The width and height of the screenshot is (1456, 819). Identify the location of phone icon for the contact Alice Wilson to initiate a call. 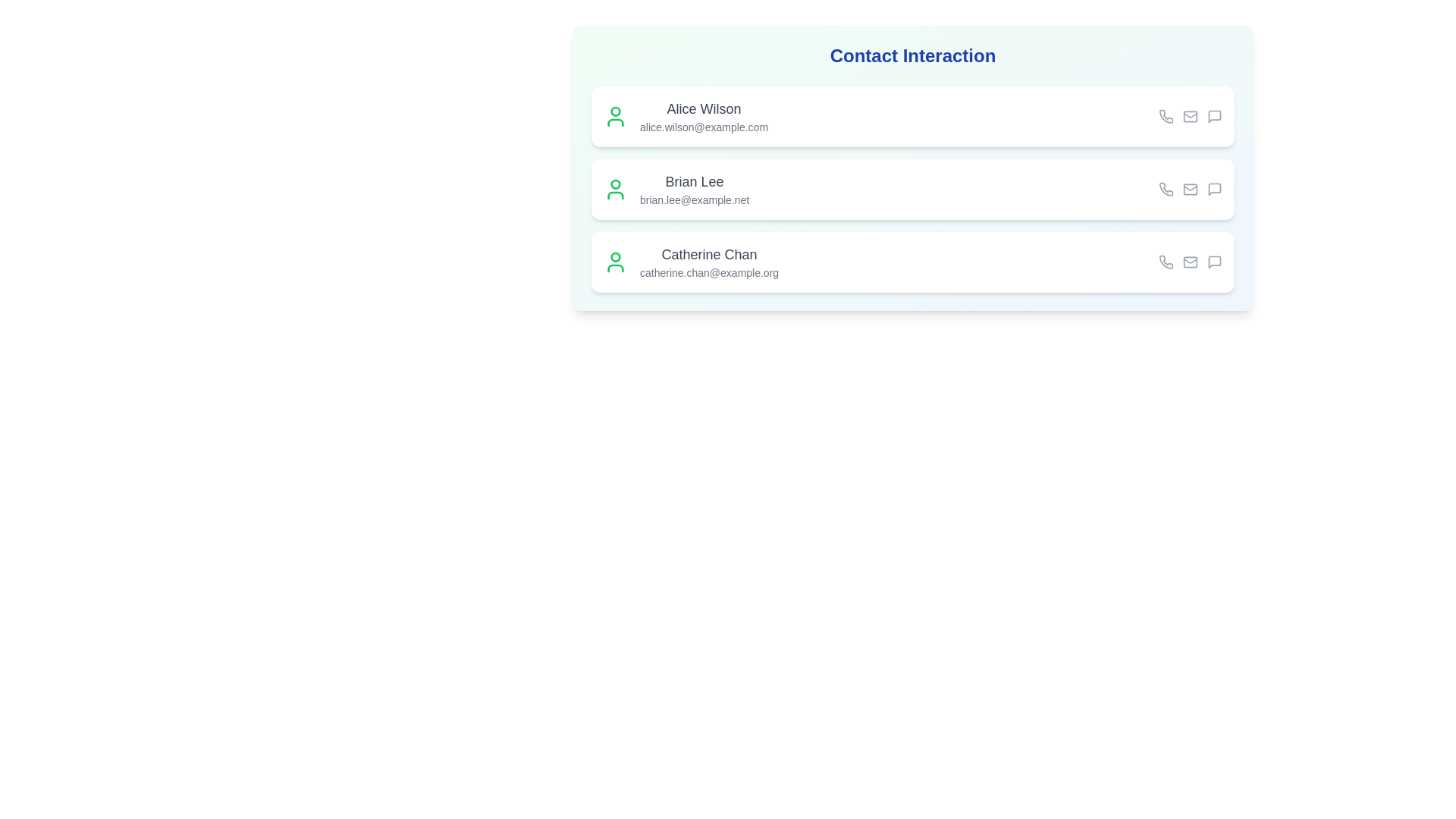
(1165, 116).